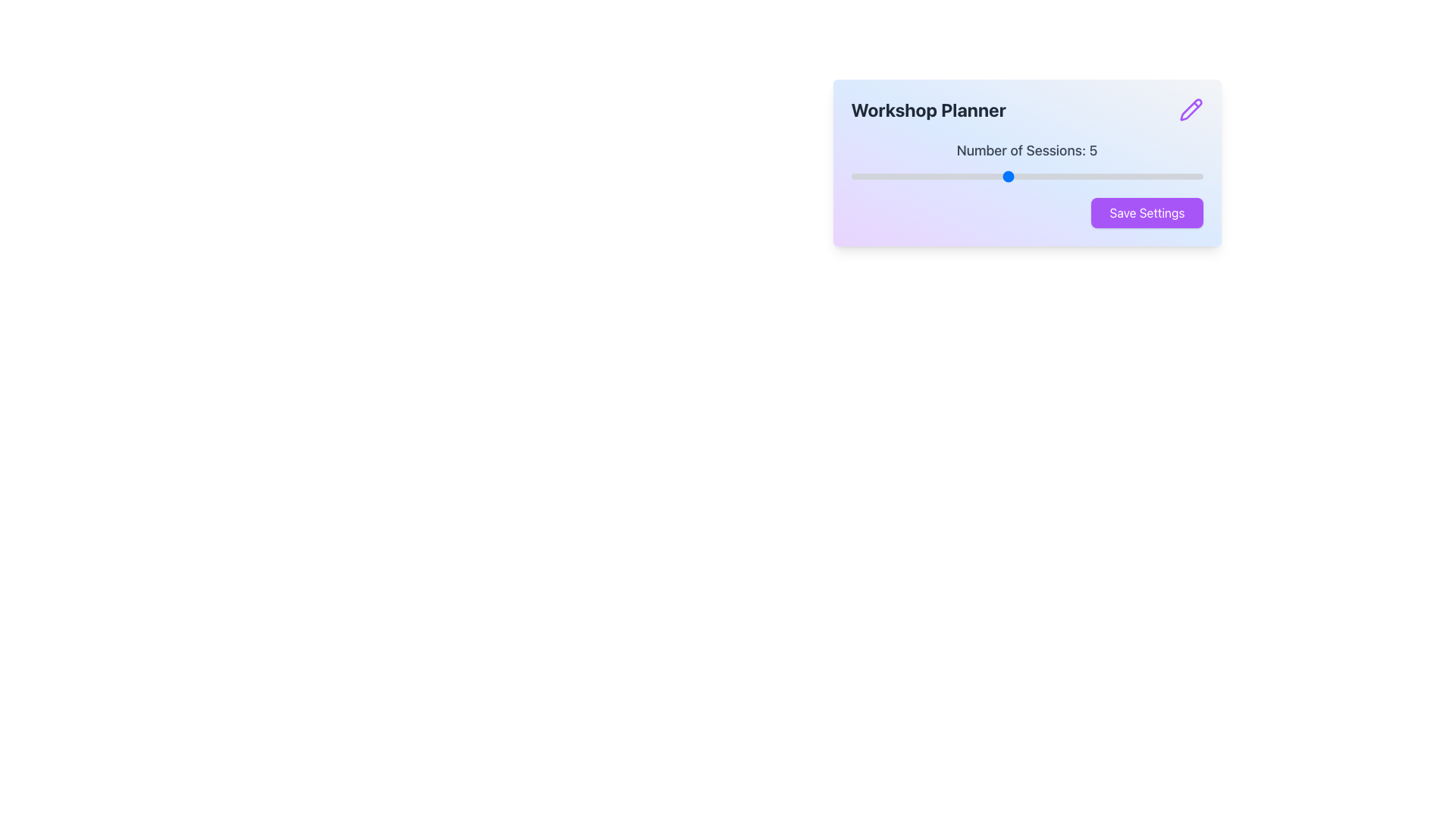 Image resolution: width=1456 pixels, height=819 pixels. What do you see at coordinates (1027, 163) in the screenshot?
I see `the interactive components of the settings panel` at bounding box center [1027, 163].